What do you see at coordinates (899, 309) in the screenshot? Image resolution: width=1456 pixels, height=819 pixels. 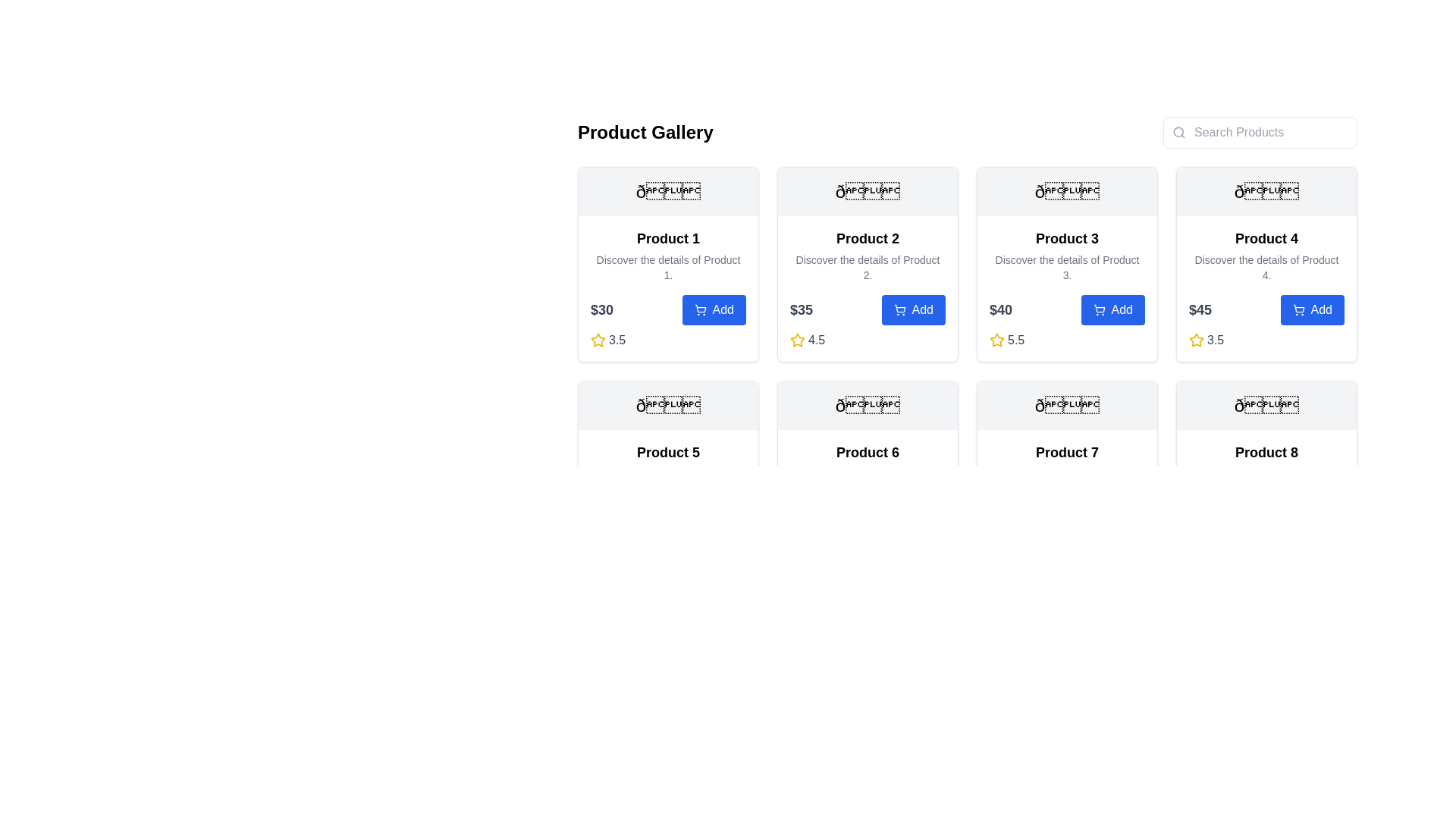 I see `the icon embedded within the blue 'Add' button for 'Product 2' in the product gallery grid` at bounding box center [899, 309].